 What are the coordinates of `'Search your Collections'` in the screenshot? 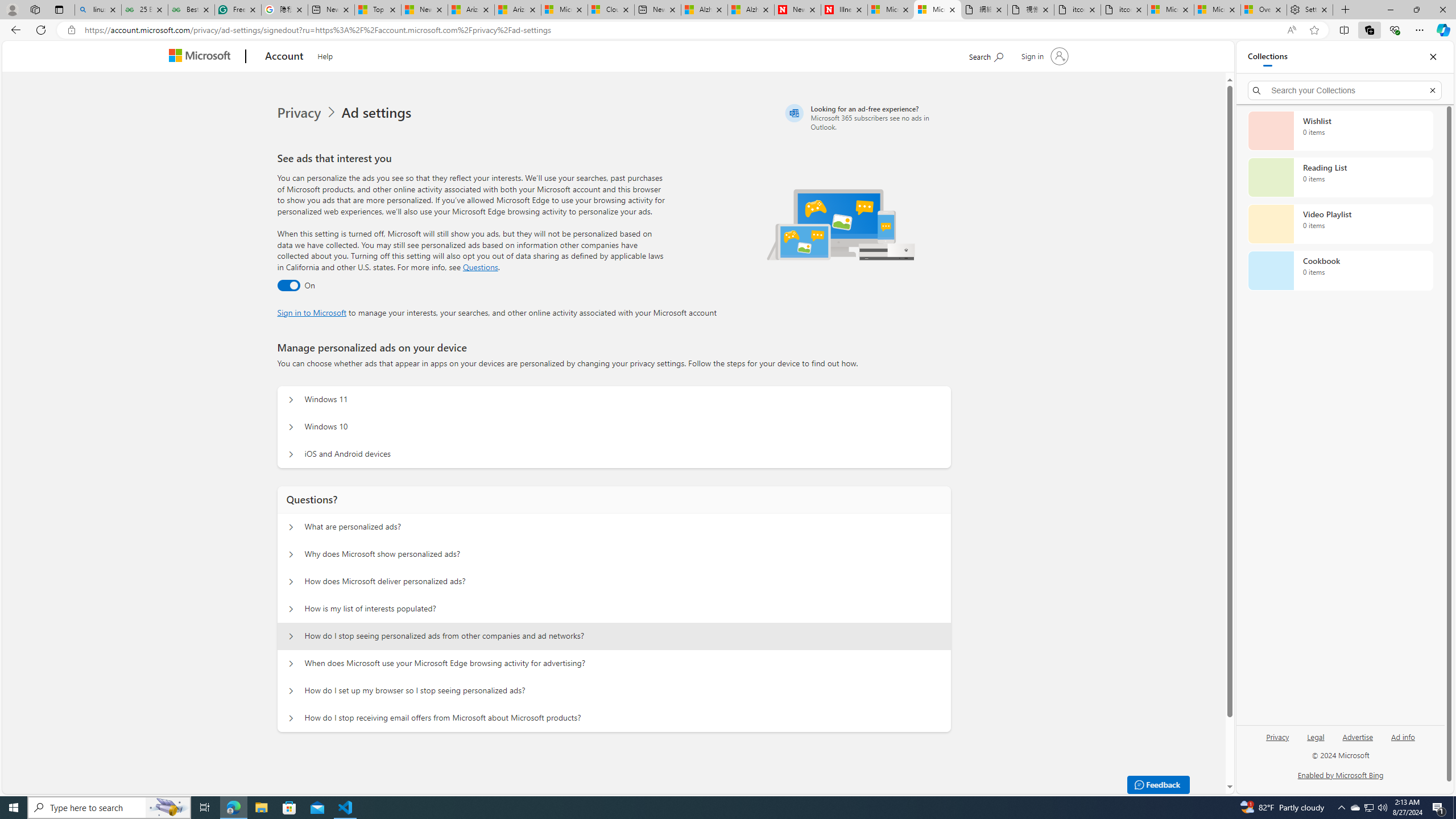 It's located at (1345, 90).